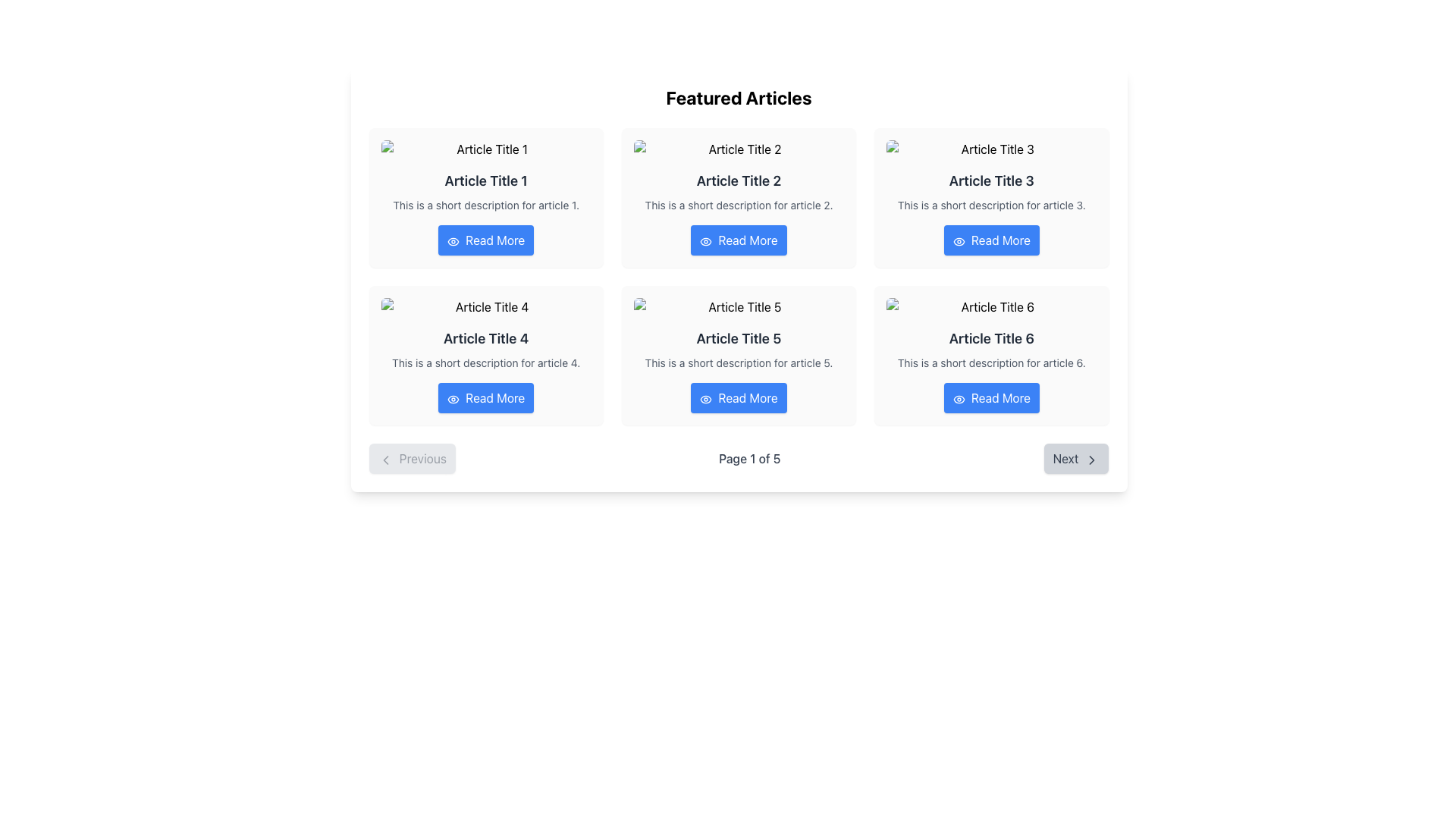  What do you see at coordinates (486, 362) in the screenshot?
I see `the Text block providing a brief description or summary of the content related to the fourth article in the grid for accessibility` at bounding box center [486, 362].